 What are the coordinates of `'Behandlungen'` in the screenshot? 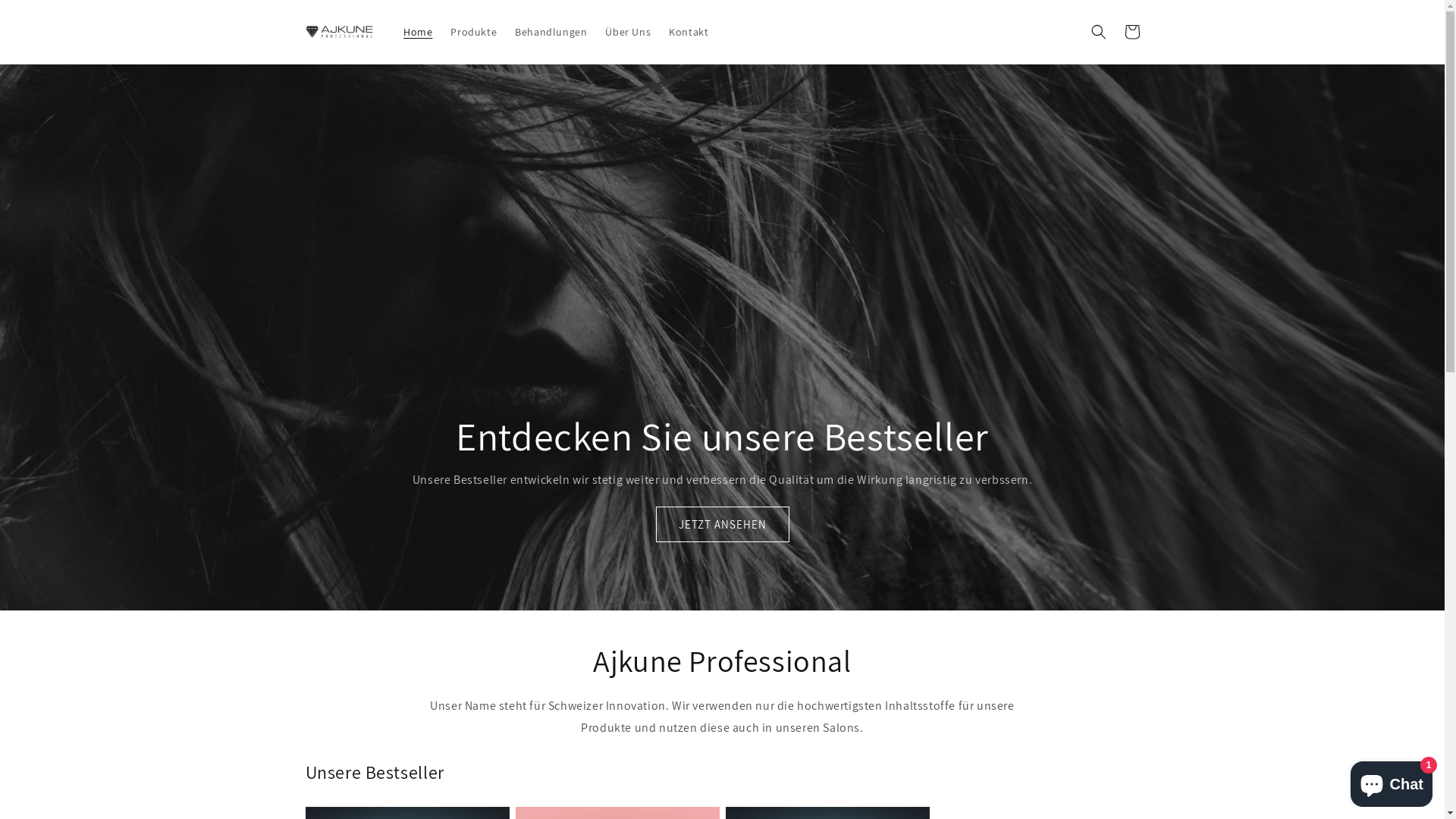 It's located at (506, 32).